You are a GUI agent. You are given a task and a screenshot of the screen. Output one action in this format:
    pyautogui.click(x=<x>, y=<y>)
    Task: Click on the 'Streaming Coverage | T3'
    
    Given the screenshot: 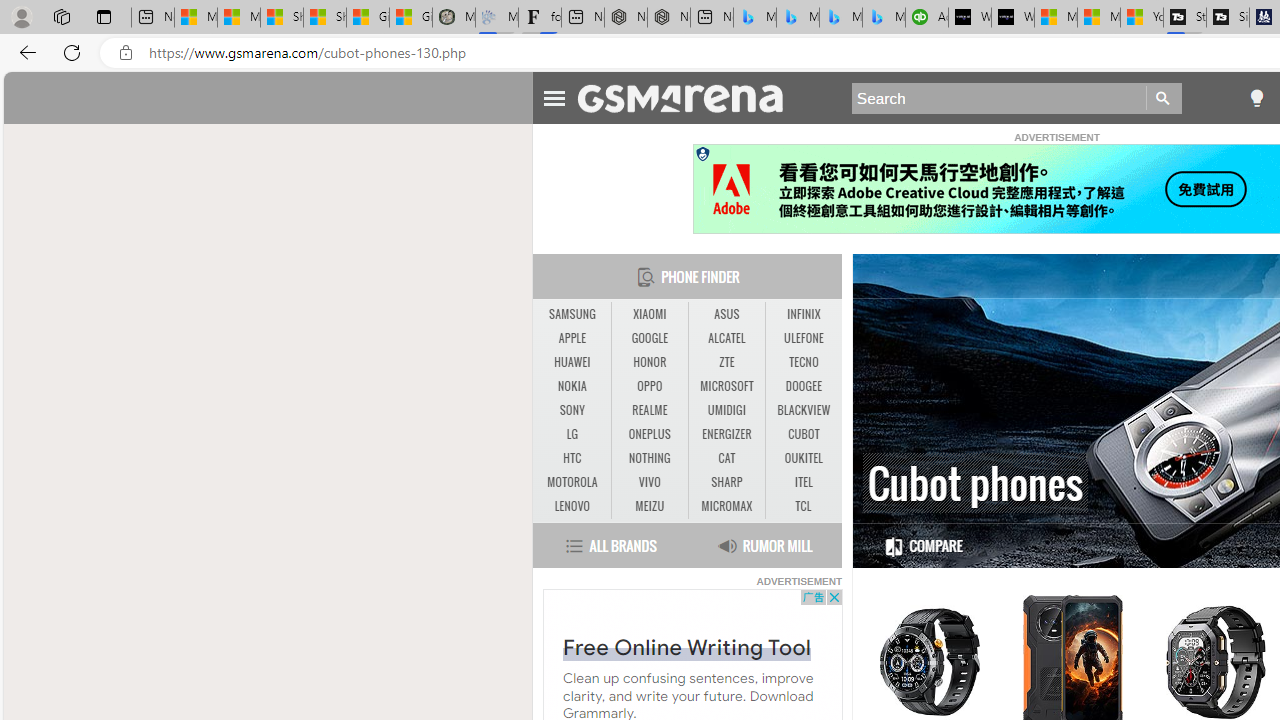 What is the action you would take?
    pyautogui.click(x=1184, y=17)
    